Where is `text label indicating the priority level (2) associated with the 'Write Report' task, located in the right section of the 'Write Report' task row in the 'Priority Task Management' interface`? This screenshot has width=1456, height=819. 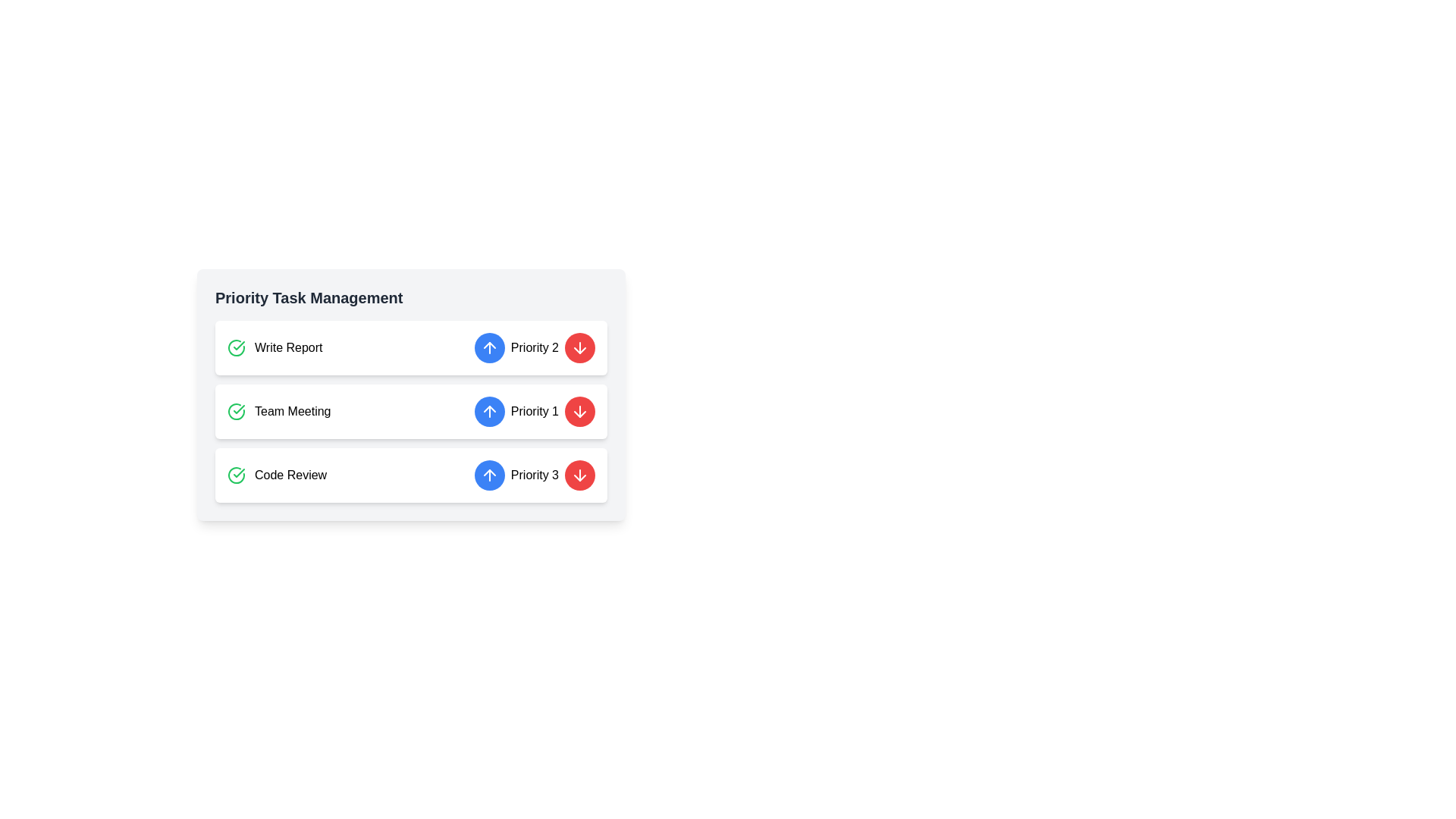
text label indicating the priority level (2) associated with the 'Write Report' task, located in the right section of the 'Write Report' task row in the 'Priority Task Management' interface is located at coordinates (535, 348).